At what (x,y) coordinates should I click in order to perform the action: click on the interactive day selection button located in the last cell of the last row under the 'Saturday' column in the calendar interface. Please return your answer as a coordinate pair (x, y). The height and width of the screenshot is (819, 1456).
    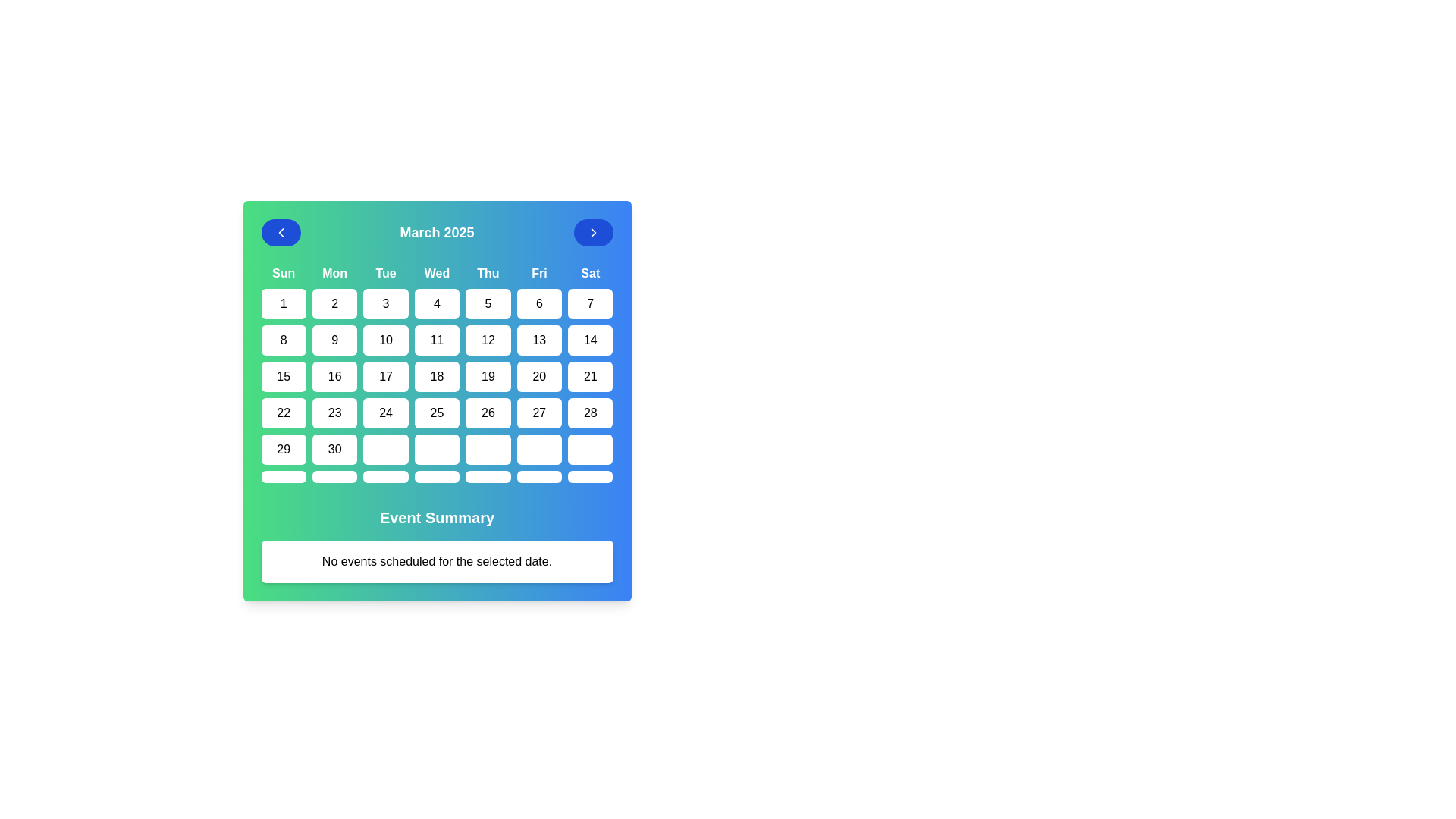
    Looking at the image, I should click on (589, 449).